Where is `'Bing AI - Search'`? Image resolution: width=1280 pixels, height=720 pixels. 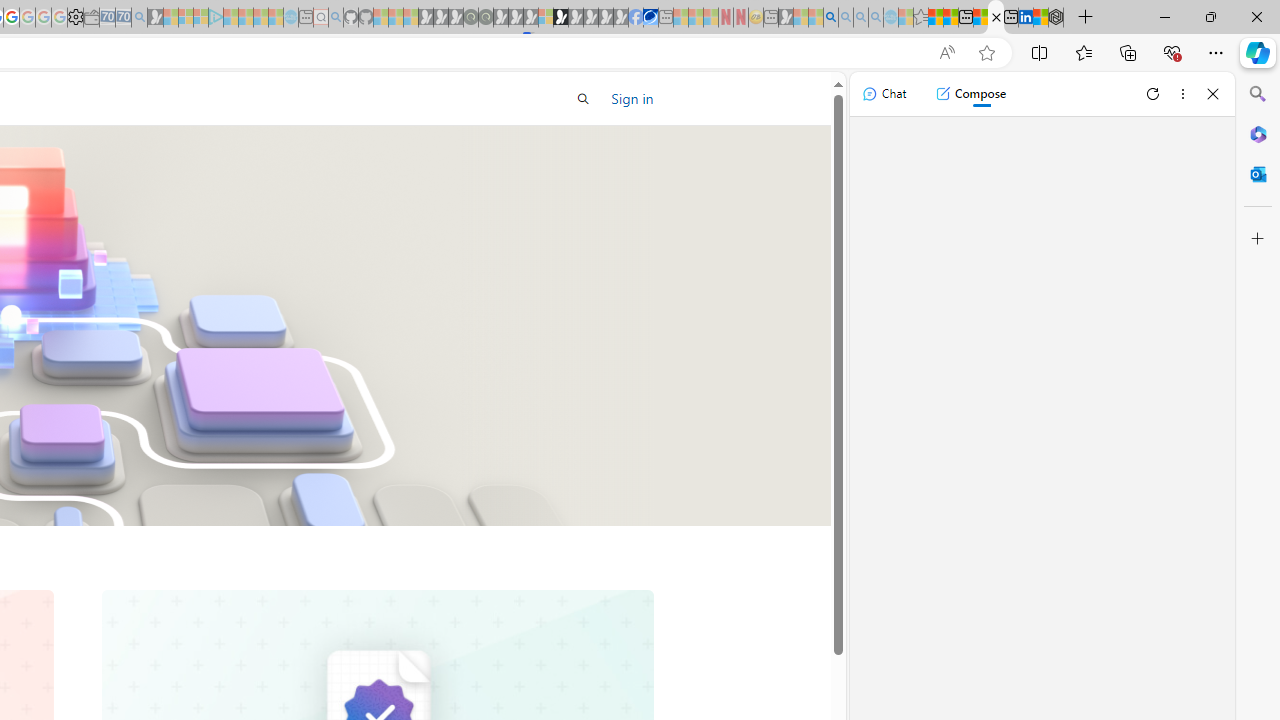 'Bing AI - Search' is located at coordinates (831, 17).